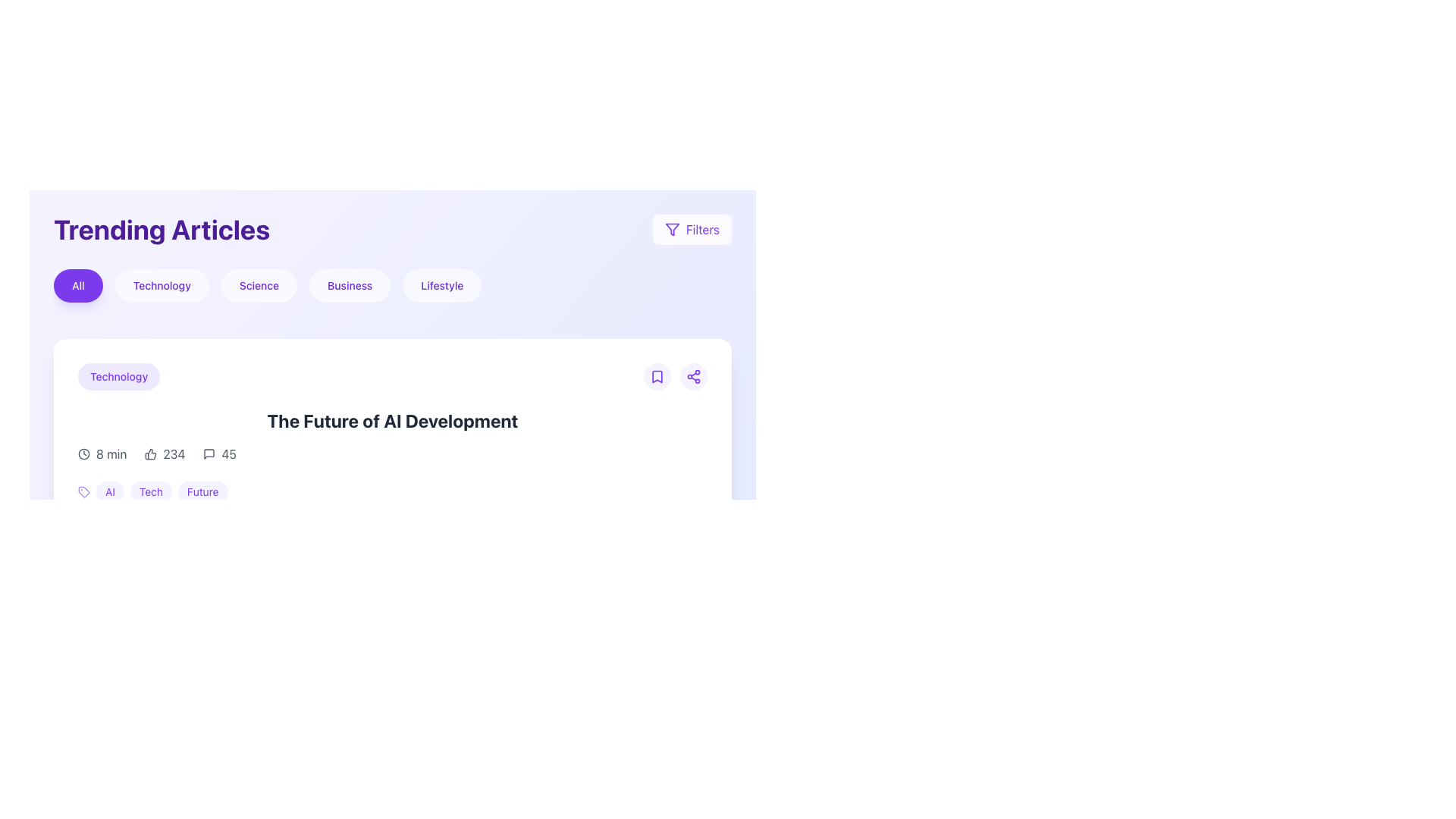 This screenshot has width=1456, height=819. What do you see at coordinates (151, 453) in the screenshot?
I see `the 'like' icon/button located to the left of the number '234' to trigger a tooltip or change its appearance` at bounding box center [151, 453].